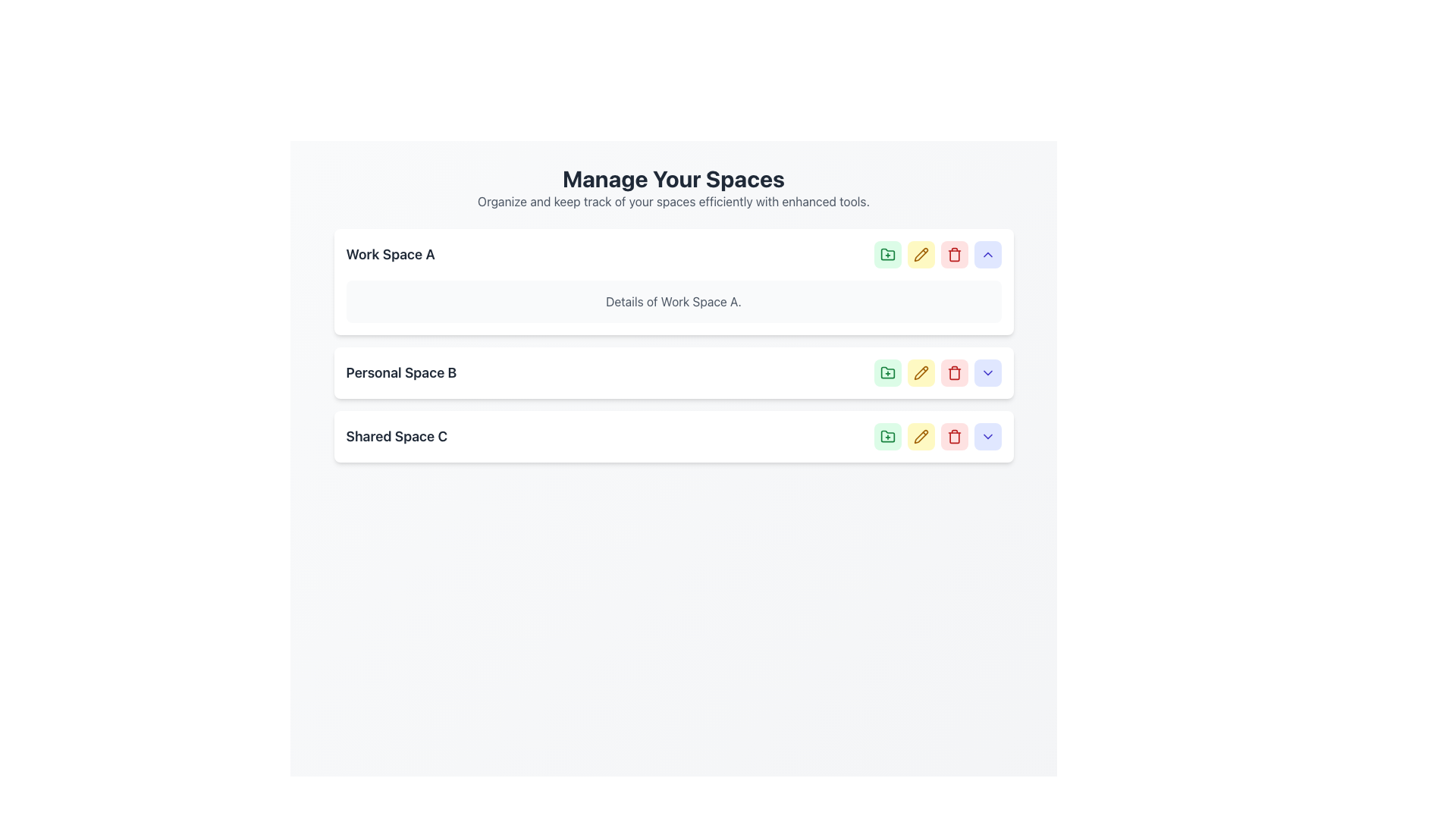  I want to click on the text label that serves as the title or identifier for the corresponding workspace section, so click(391, 253).